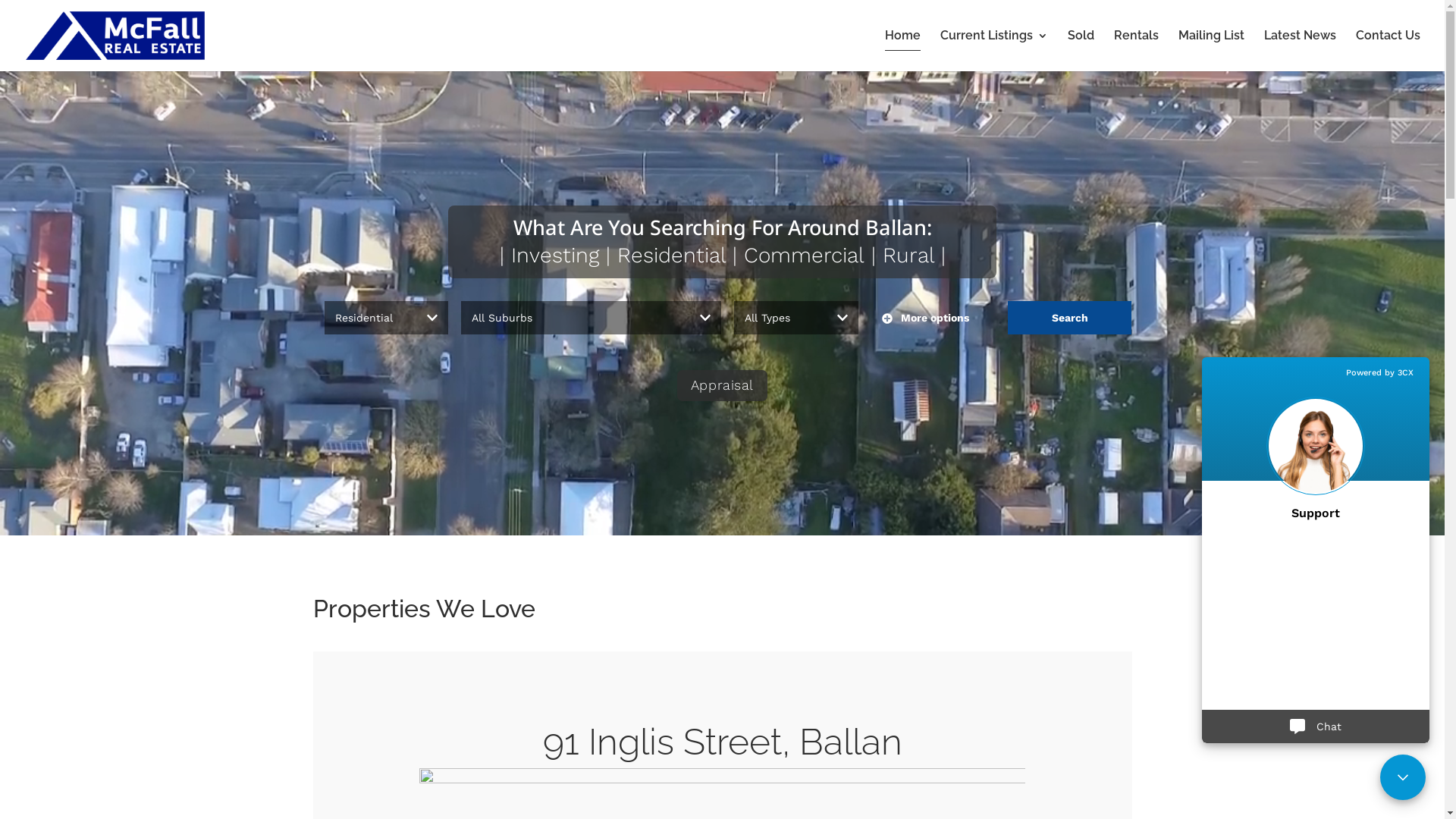 The height and width of the screenshot is (819, 1456). Describe the element at coordinates (1066, 49) in the screenshot. I see `'Sold'` at that location.